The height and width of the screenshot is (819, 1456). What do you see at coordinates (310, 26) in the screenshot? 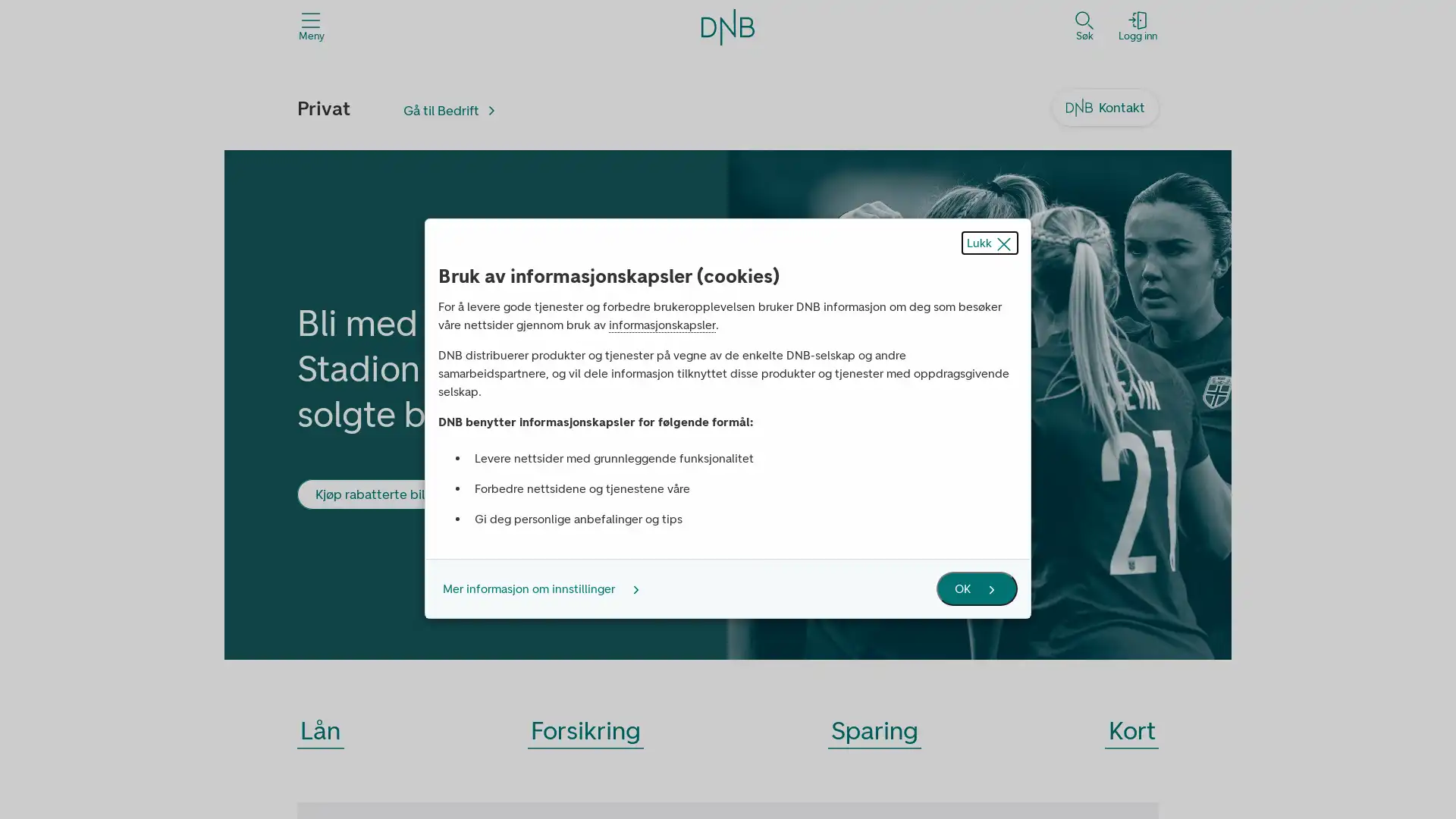
I see `Meny` at bounding box center [310, 26].